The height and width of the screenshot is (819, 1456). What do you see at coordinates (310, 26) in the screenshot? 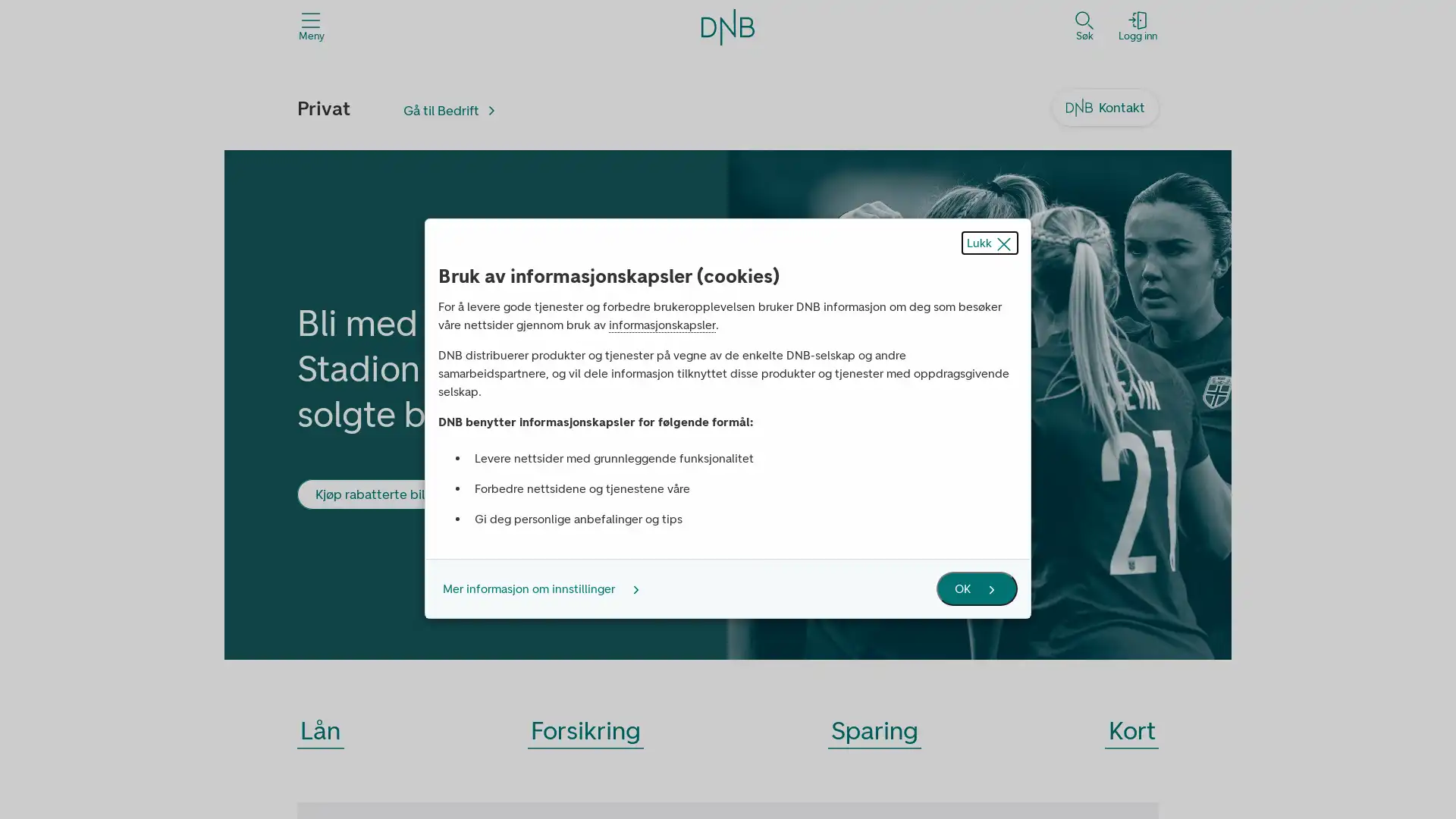
I see `Meny` at bounding box center [310, 26].